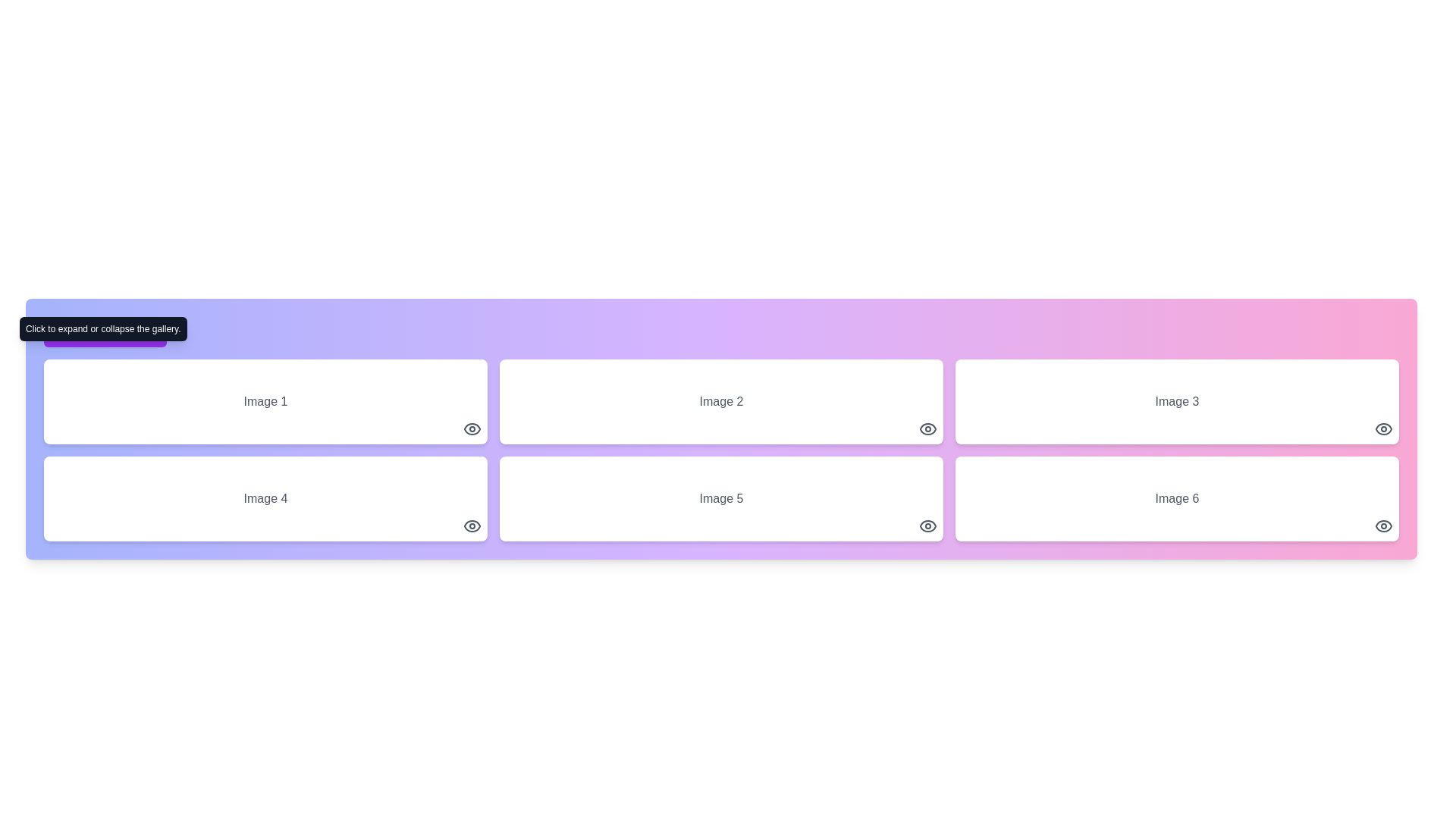  I want to click on the eye icon in the bottom-right corner of the 'Image 2' card, so click(927, 429).